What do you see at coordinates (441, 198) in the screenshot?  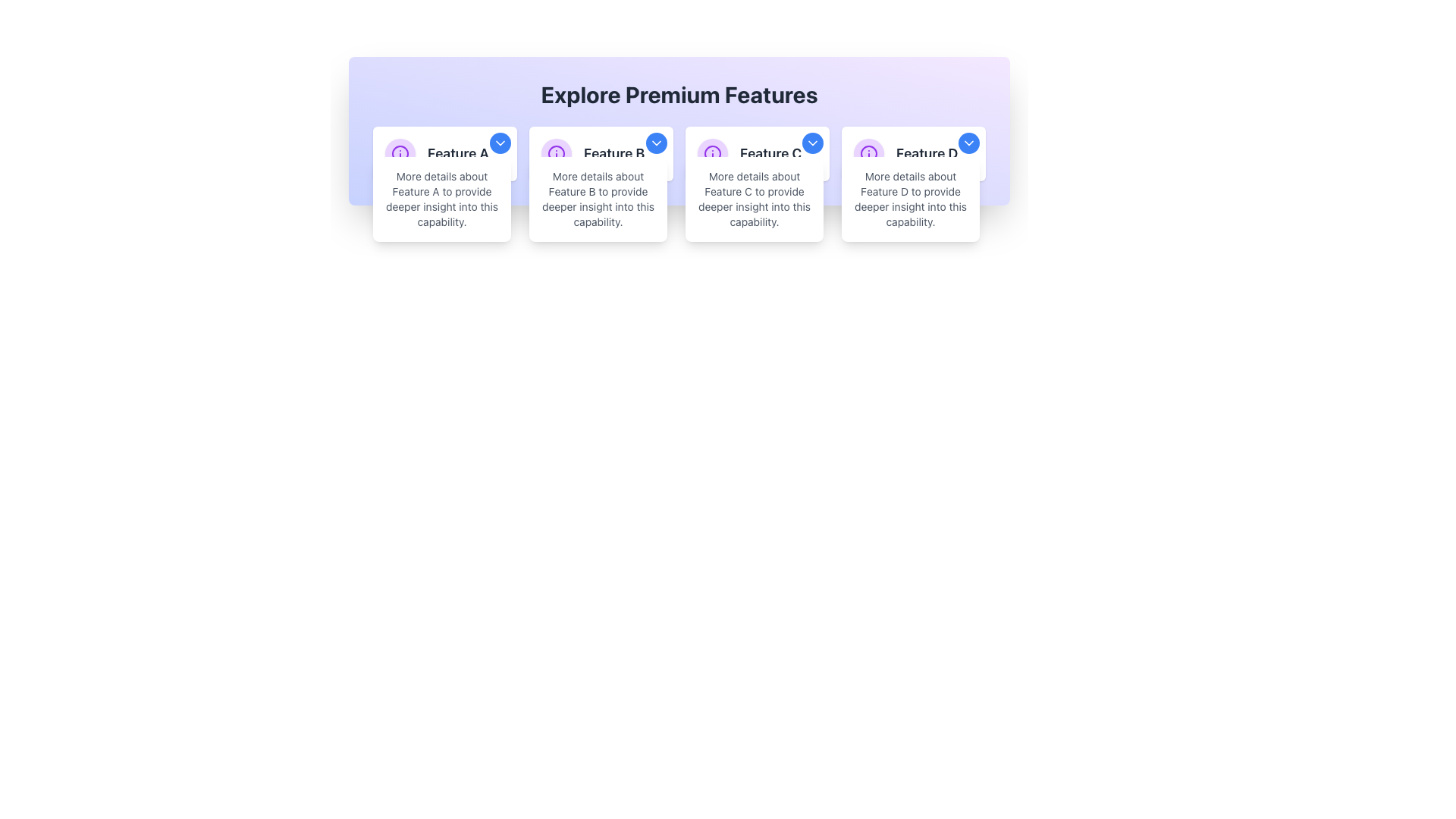 I see `the static text label providing contextual information about 'Feature A' located directly beneath its title in the first card section of horizontally-aligned cards` at bounding box center [441, 198].